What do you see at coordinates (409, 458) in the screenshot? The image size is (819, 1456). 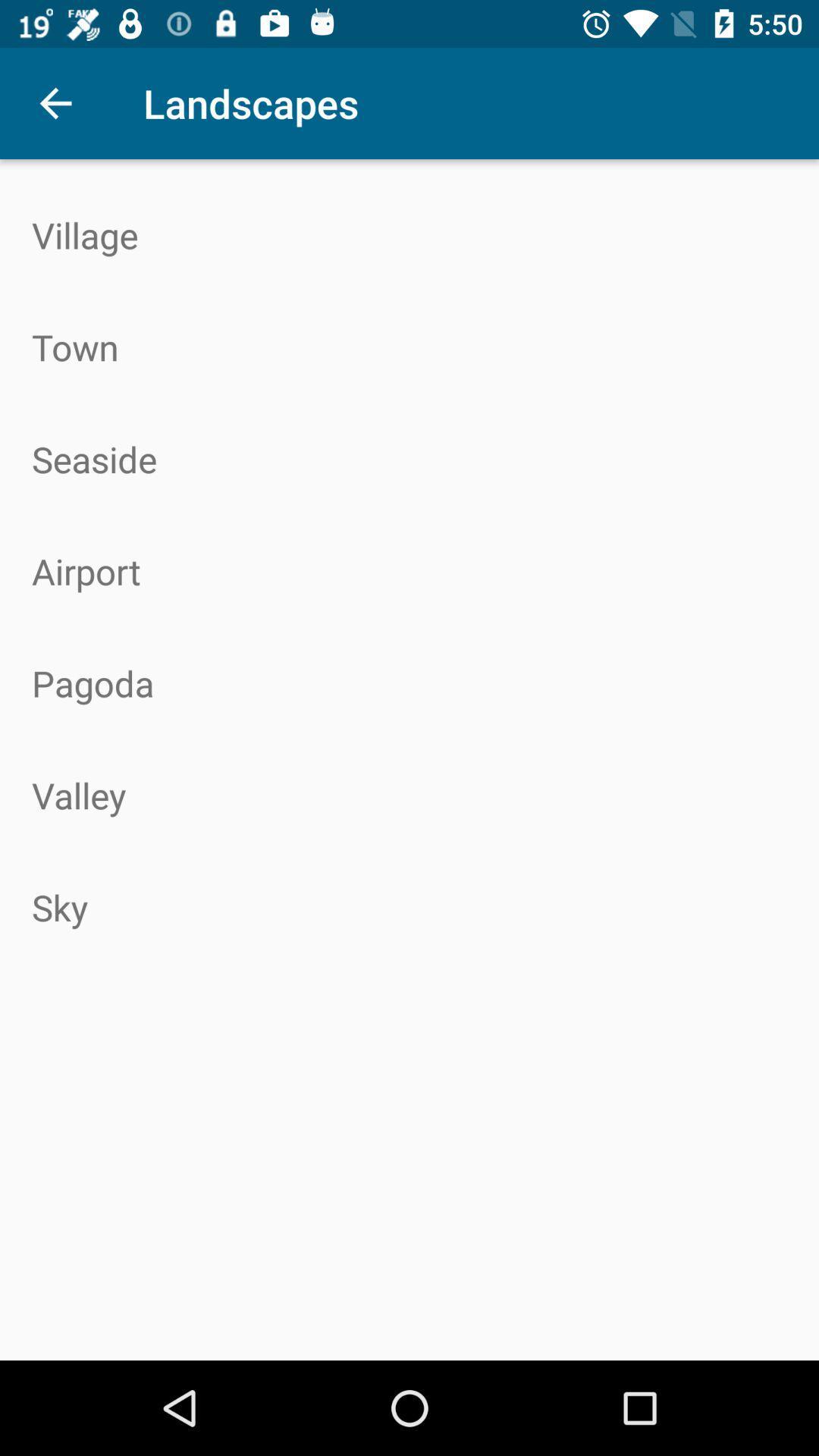 I see `item below town` at bounding box center [409, 458].